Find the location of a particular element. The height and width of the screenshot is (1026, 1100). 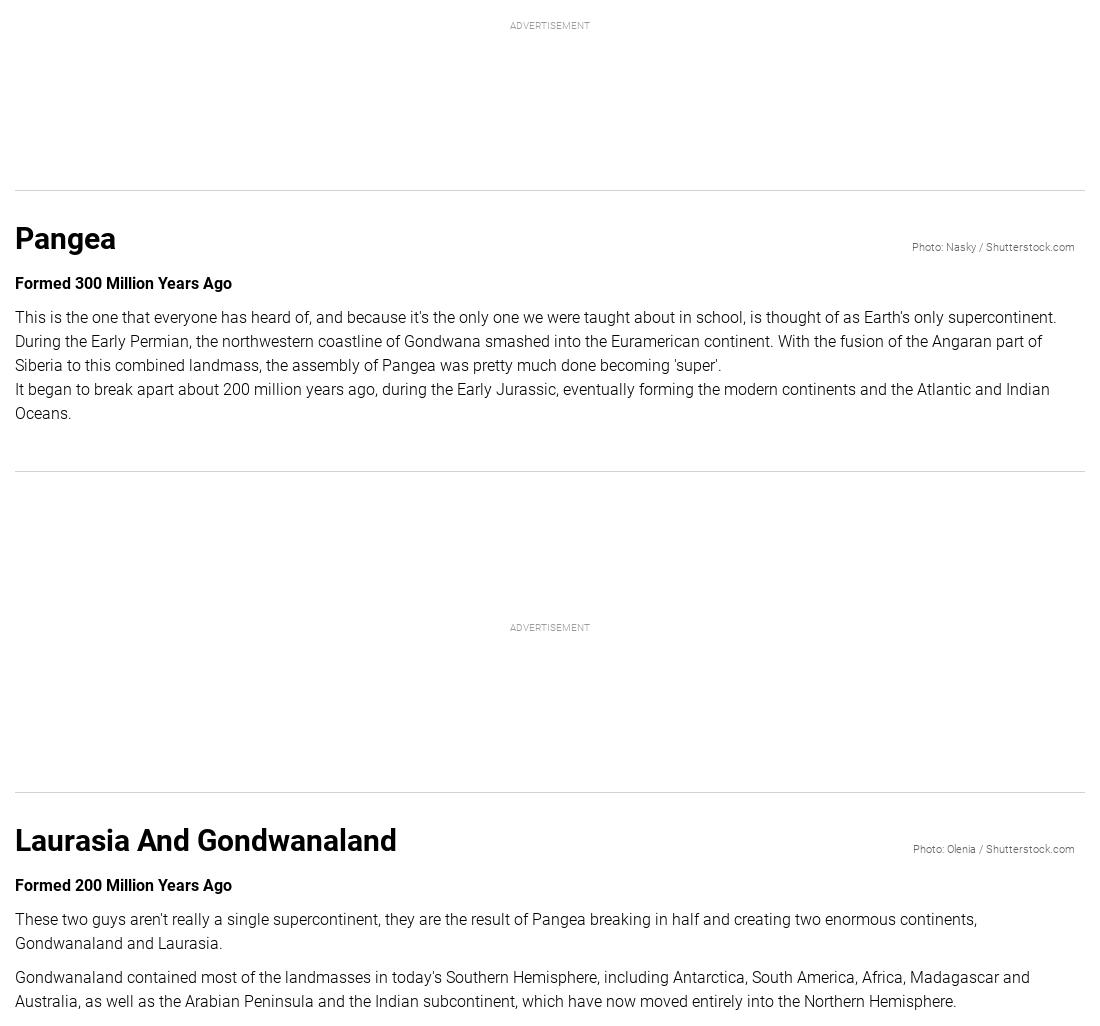

'Pangea' is located at coordinates (64, 237).